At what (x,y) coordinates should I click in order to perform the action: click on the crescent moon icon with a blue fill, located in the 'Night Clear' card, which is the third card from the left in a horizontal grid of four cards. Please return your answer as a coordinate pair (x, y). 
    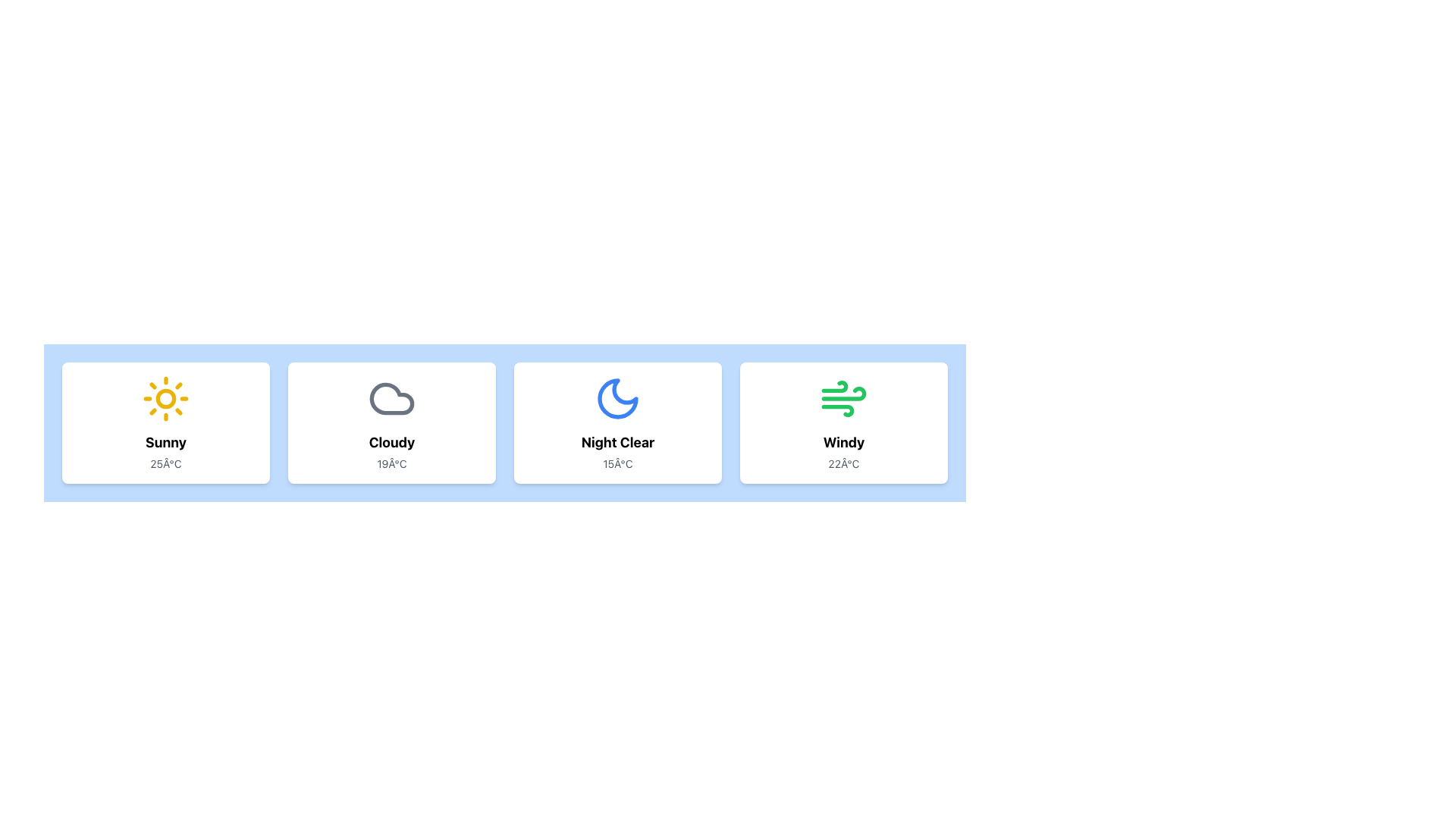
    Looking at the image, I should click on (618, 397).